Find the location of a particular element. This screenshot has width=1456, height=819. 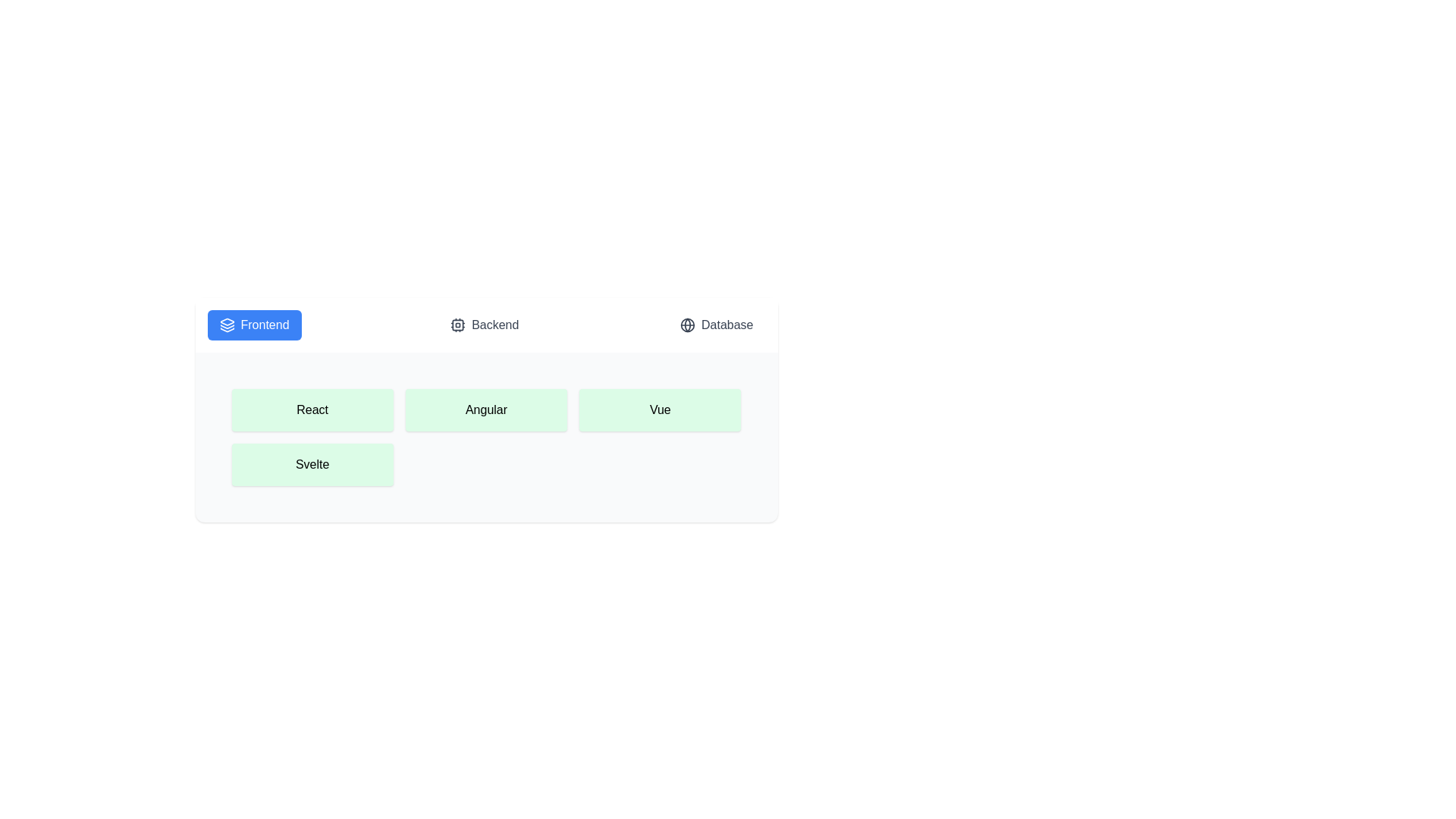

the framework React to interact with it is located at coordinates (312, 409).